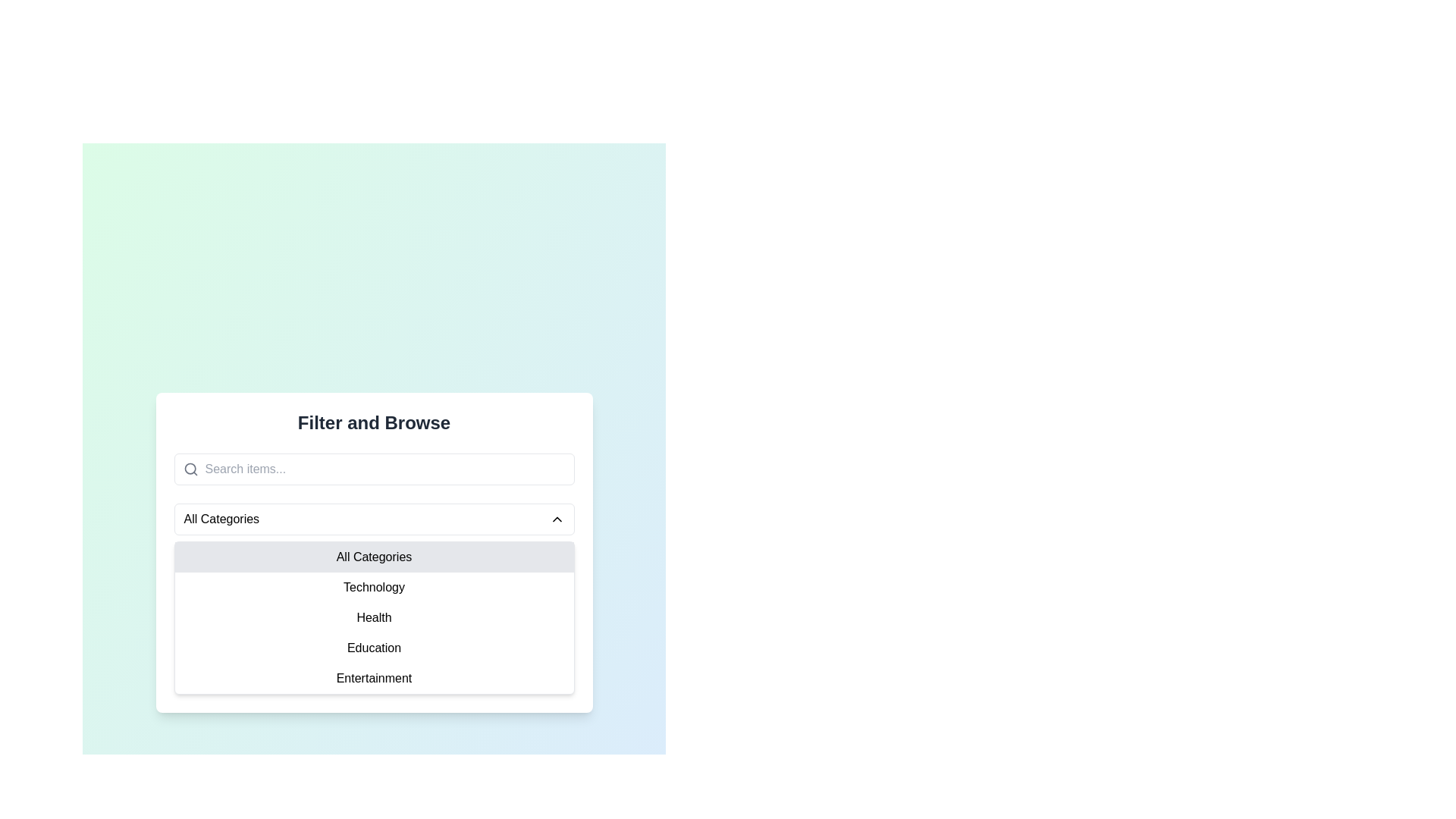  What do you see at coordinates (374, 587) in the screenshot?
I see `the second item in the category filter menu under 'Filter and Browse'` at bounding box center [374, 587].